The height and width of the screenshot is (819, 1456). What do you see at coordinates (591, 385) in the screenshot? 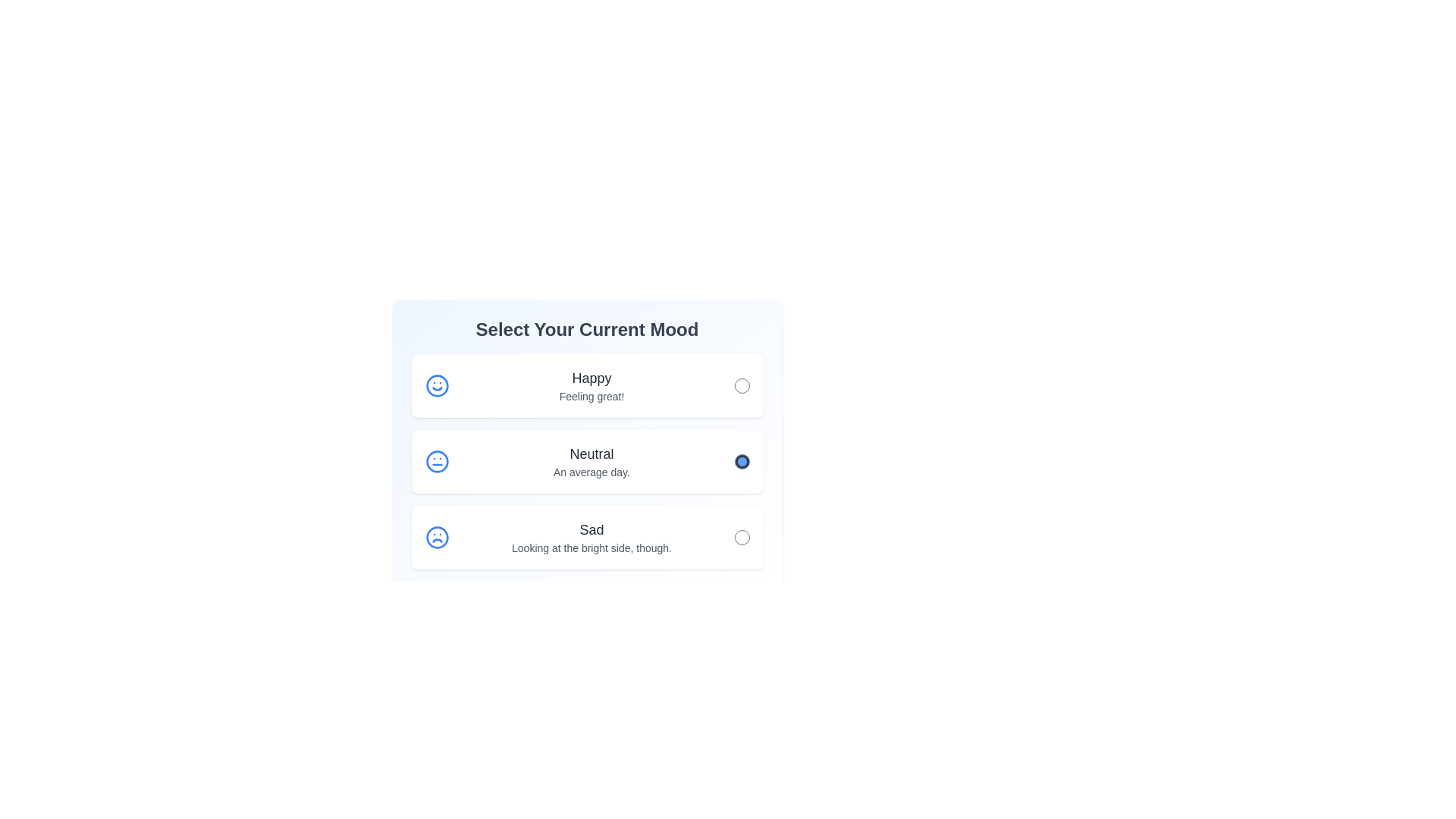
I see `text of the Label element that displays 'Happy' and 'Feeling great!' to understand the mood description` at bounding box center [591, 385].